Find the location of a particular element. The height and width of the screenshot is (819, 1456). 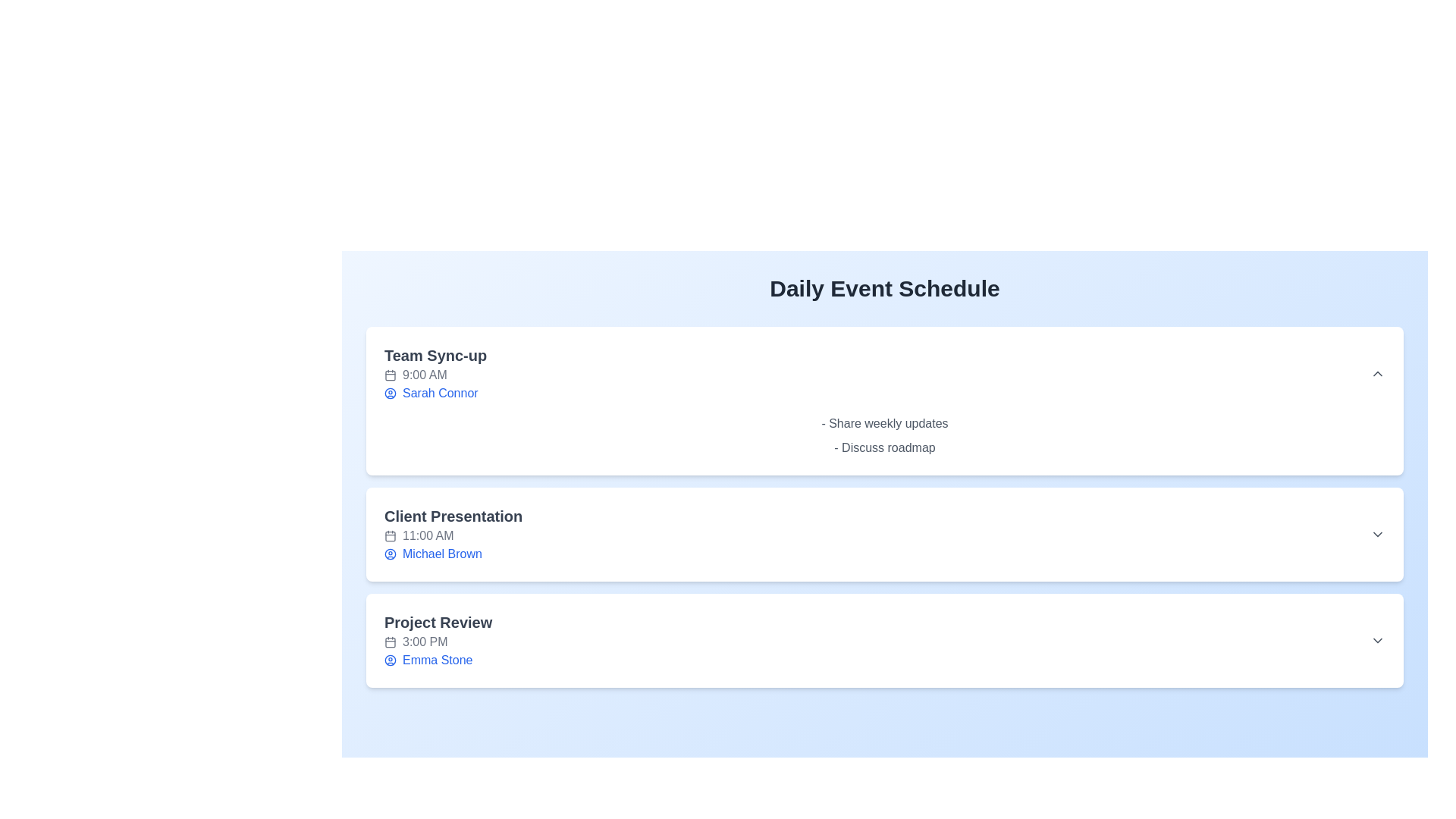

the calendar icon located to the far left in the 'Client Presentation' block, aligned with the '11:00 AM' time text is located at coordinates (390, 535).